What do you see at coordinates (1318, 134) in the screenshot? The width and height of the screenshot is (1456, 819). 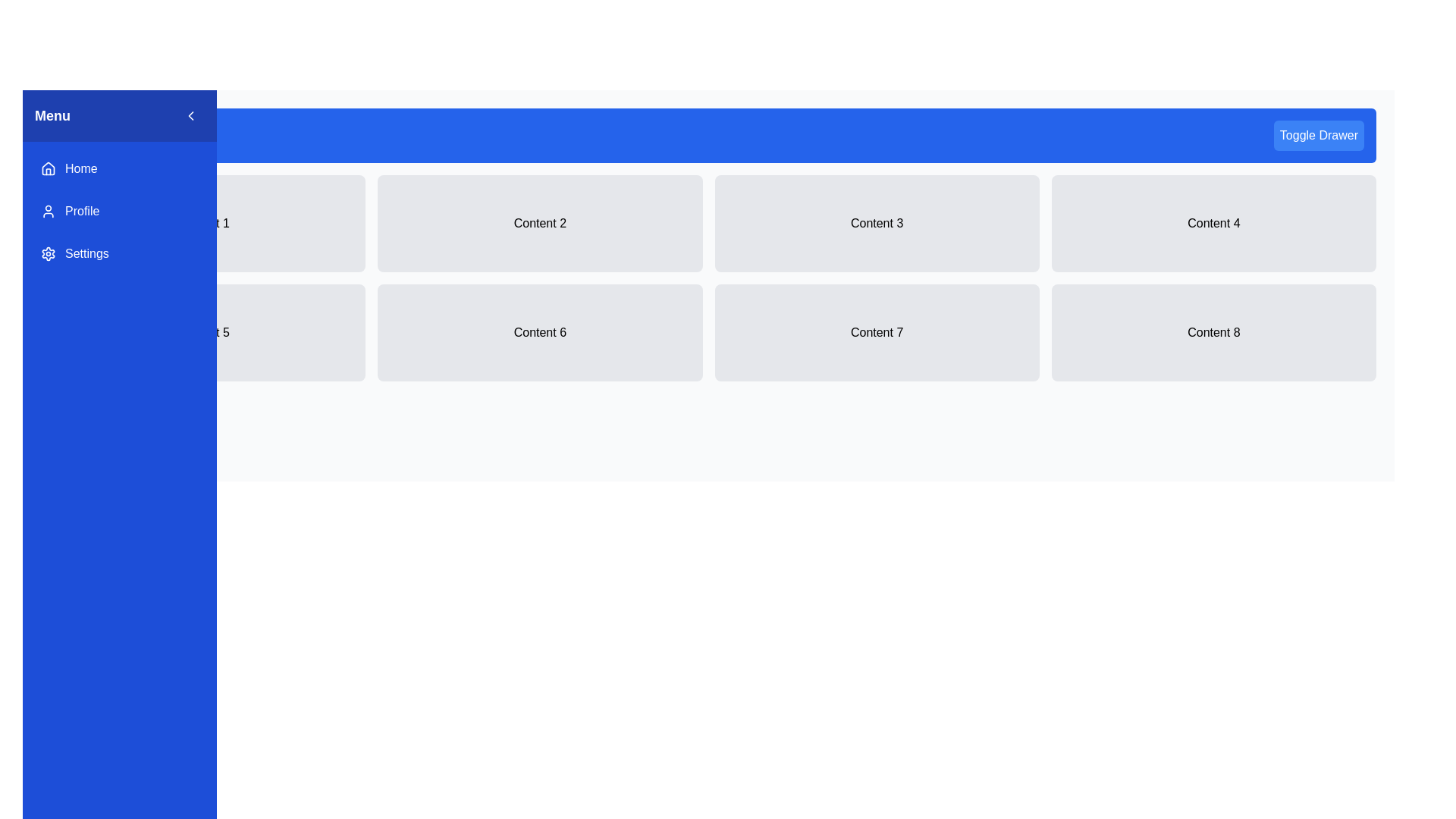 I see `the toggle button located at the far-right end of the blue section labeled 'Dashboard'` at bounding box center [1318, 134].